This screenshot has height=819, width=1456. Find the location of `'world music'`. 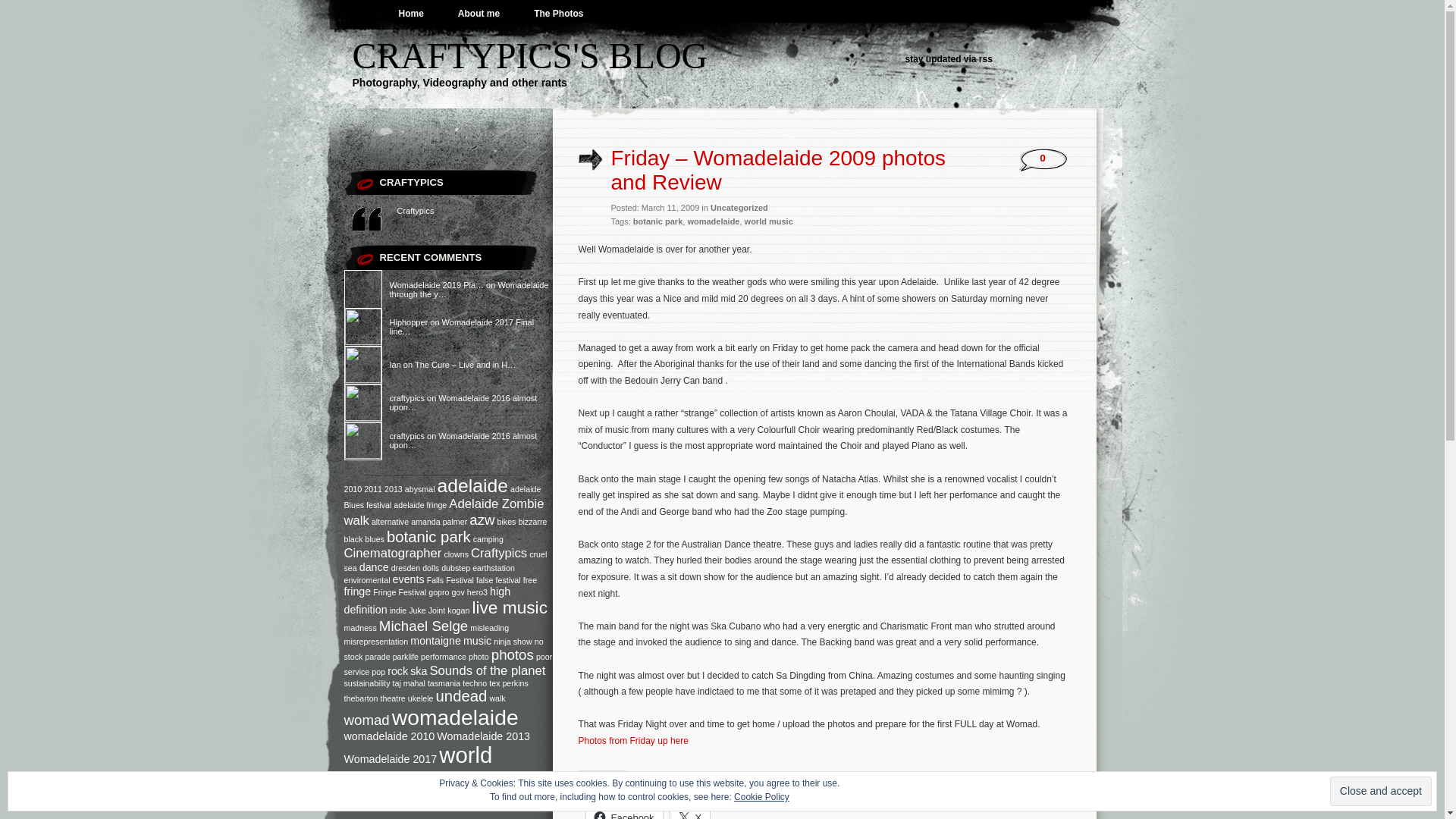

'world music' is located at coordinates (768, 221).